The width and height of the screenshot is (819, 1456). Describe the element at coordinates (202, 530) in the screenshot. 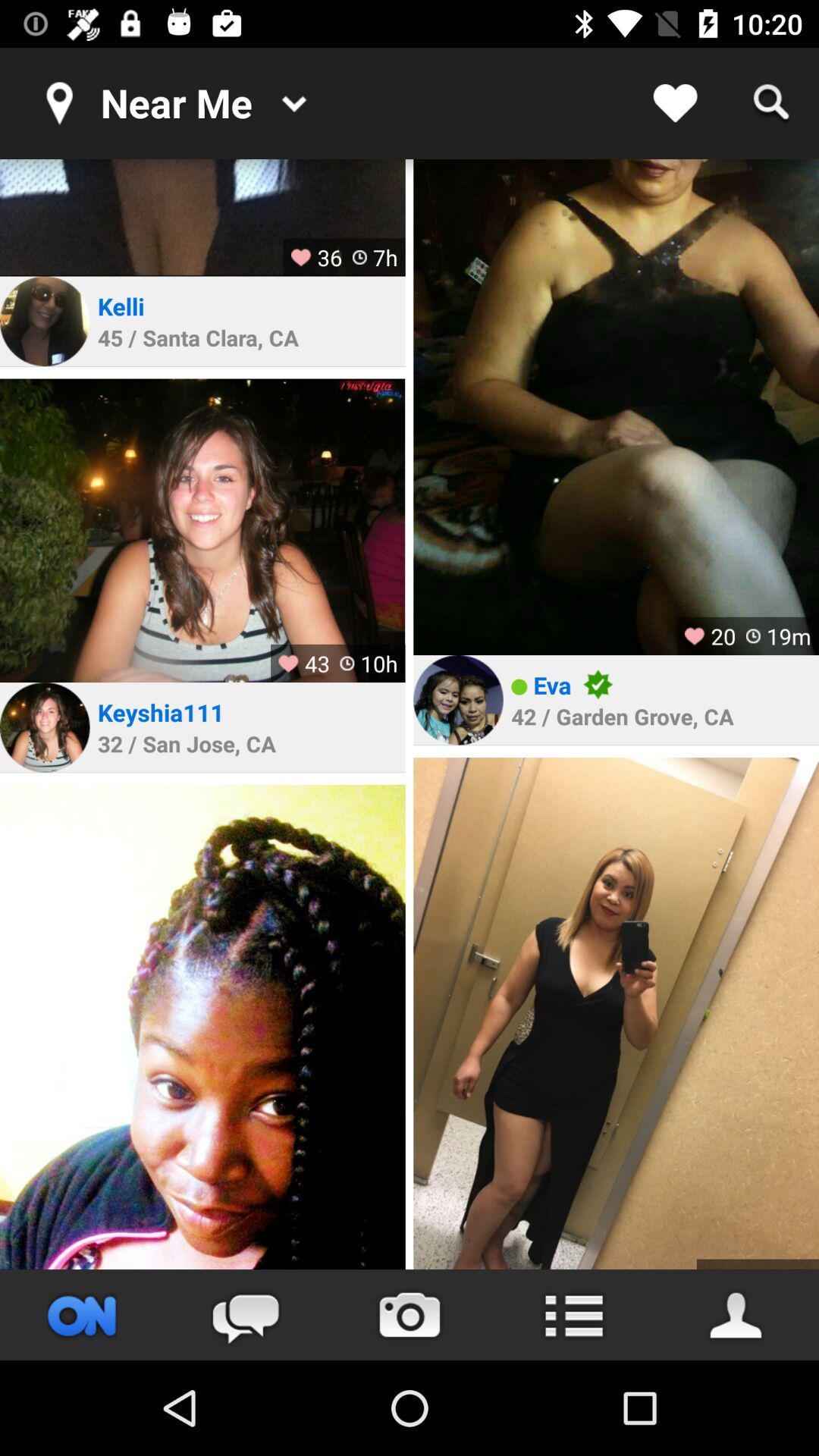

I see `enlarge selected image` at that location.